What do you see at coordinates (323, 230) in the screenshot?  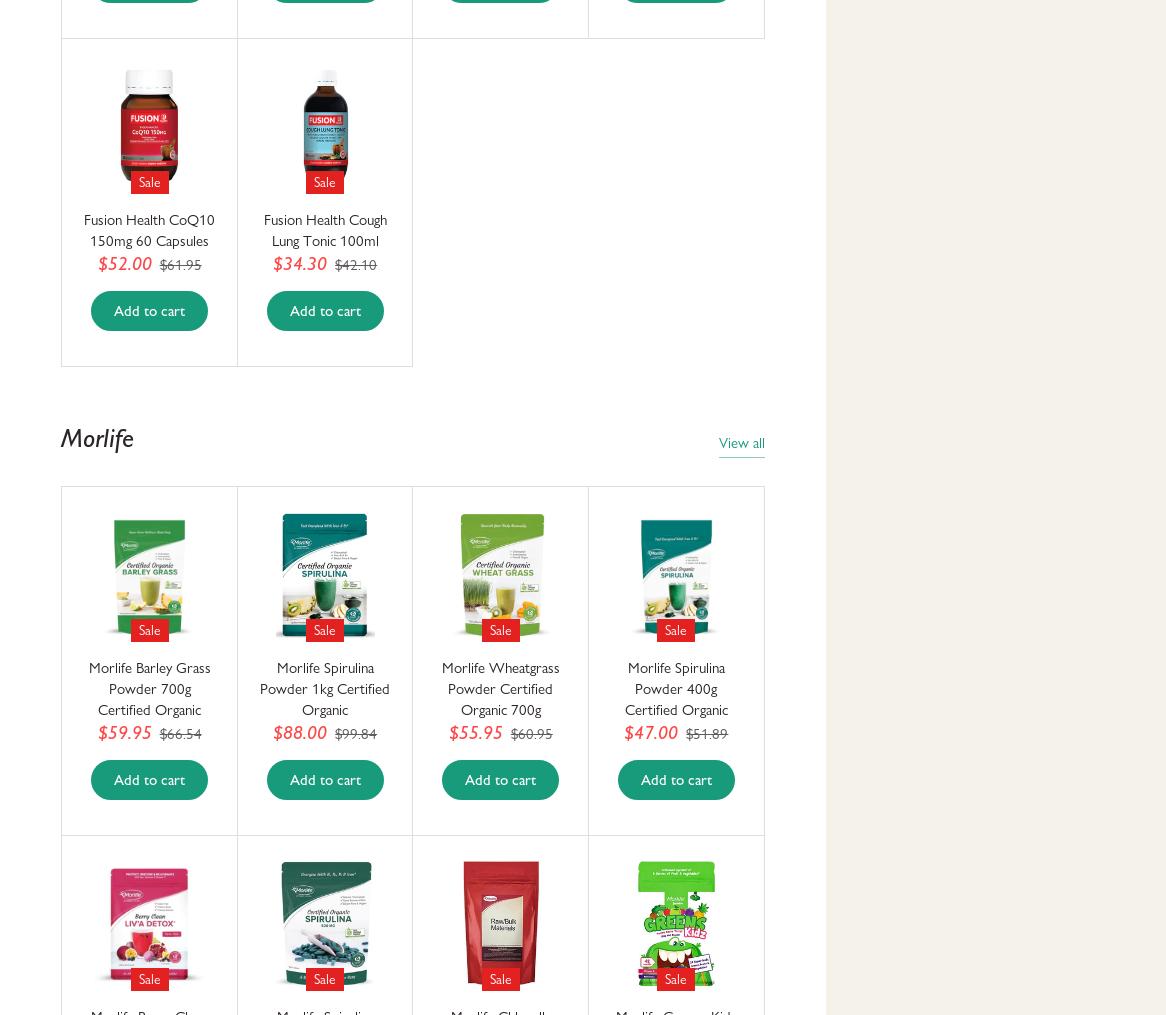 I see `'Fusion Health Cough Lung Tonic 100ml'` at bounding box center [323, 230].